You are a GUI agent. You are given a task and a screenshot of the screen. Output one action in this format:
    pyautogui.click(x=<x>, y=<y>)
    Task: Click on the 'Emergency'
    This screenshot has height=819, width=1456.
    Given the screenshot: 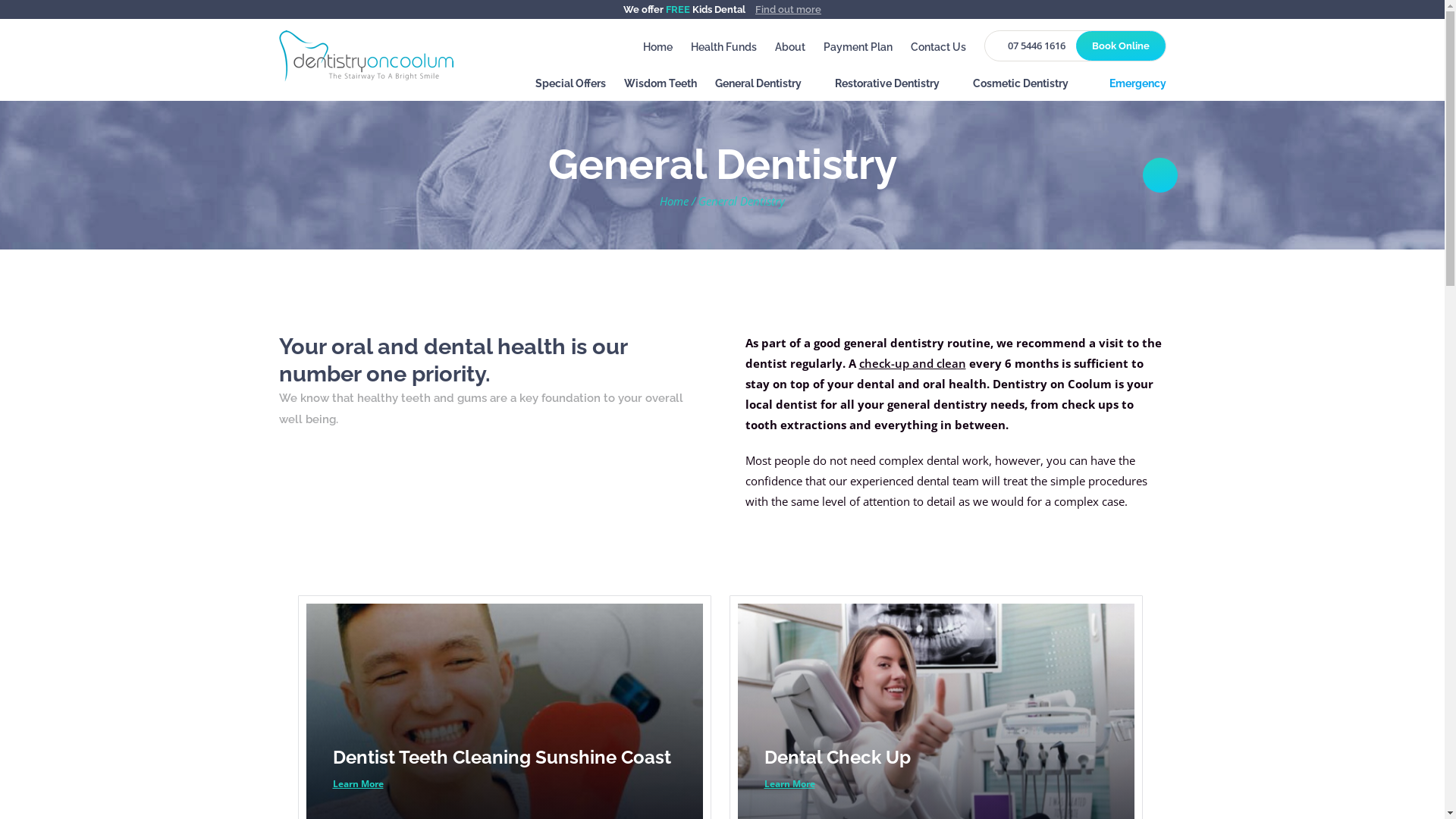 What is the action you would take?
    pyautogui.click(x=1133, y=87)
    